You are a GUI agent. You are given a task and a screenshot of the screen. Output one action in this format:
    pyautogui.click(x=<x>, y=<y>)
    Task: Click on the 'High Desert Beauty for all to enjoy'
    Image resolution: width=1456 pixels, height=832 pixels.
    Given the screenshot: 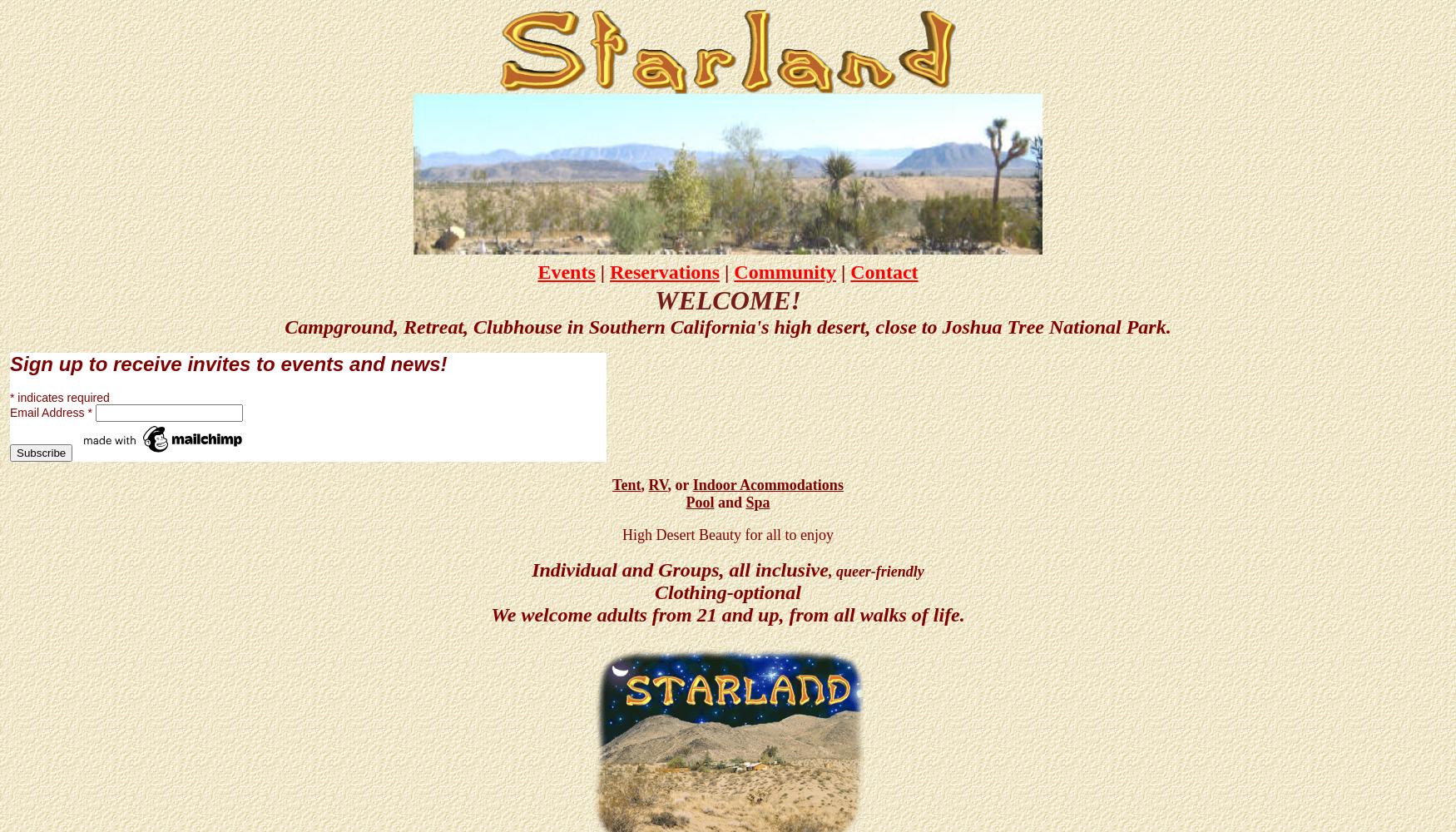 What is the action you would take?
    pyautogui.click(x=727, y=534)
    